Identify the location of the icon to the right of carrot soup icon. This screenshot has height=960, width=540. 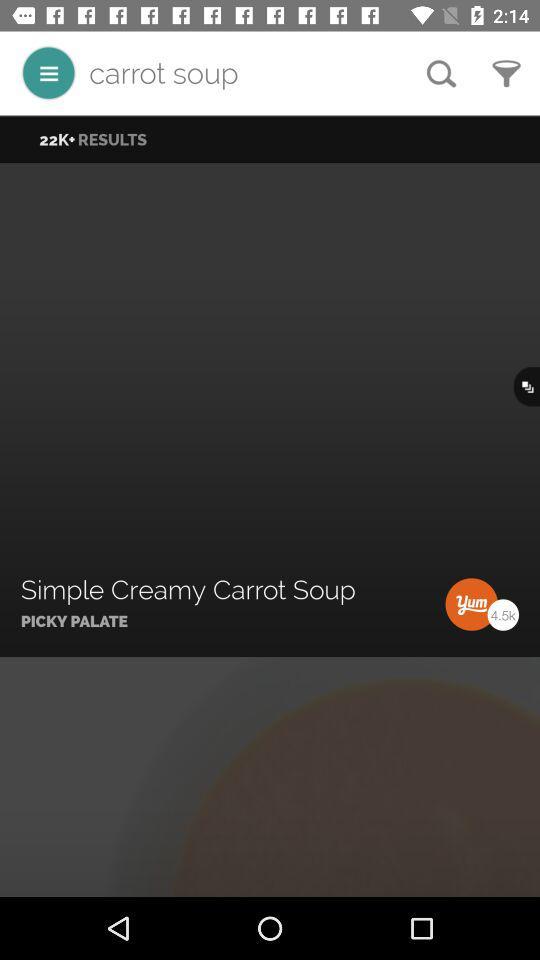
(441, 73).